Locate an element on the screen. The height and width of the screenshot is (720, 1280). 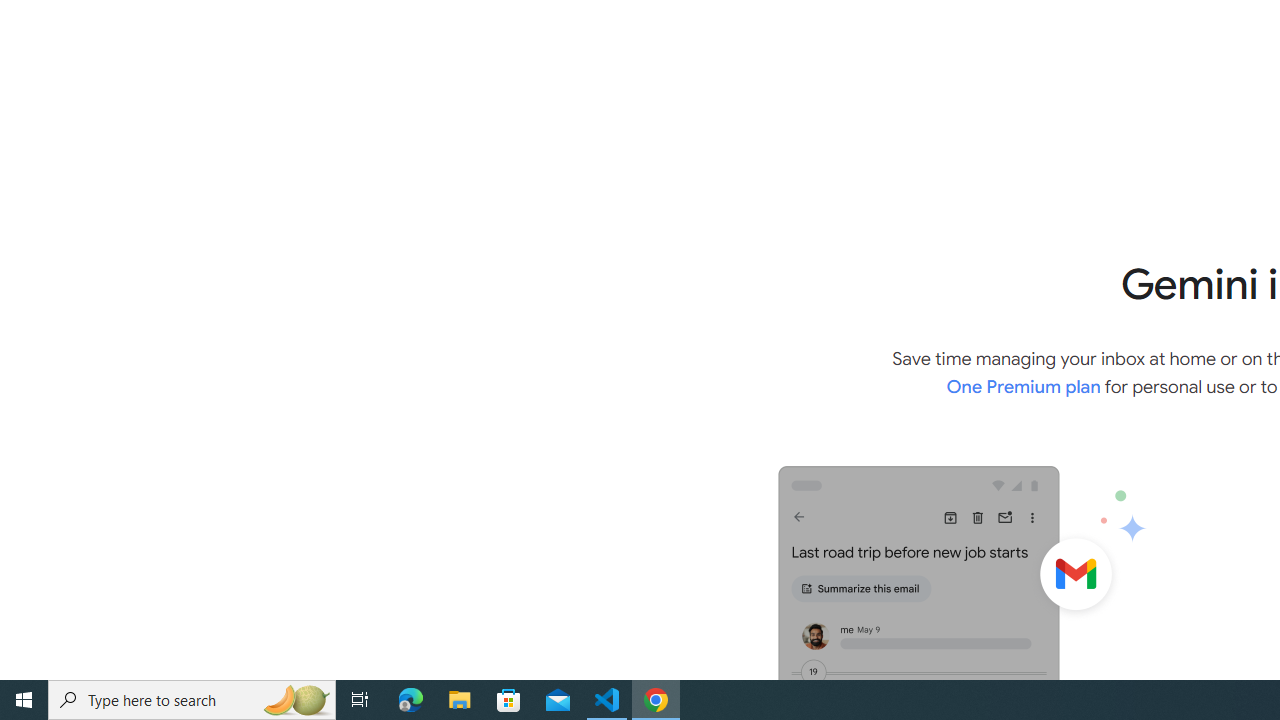
'Visual Studio Code - 1 running window' is located at coordinates (606, 698).